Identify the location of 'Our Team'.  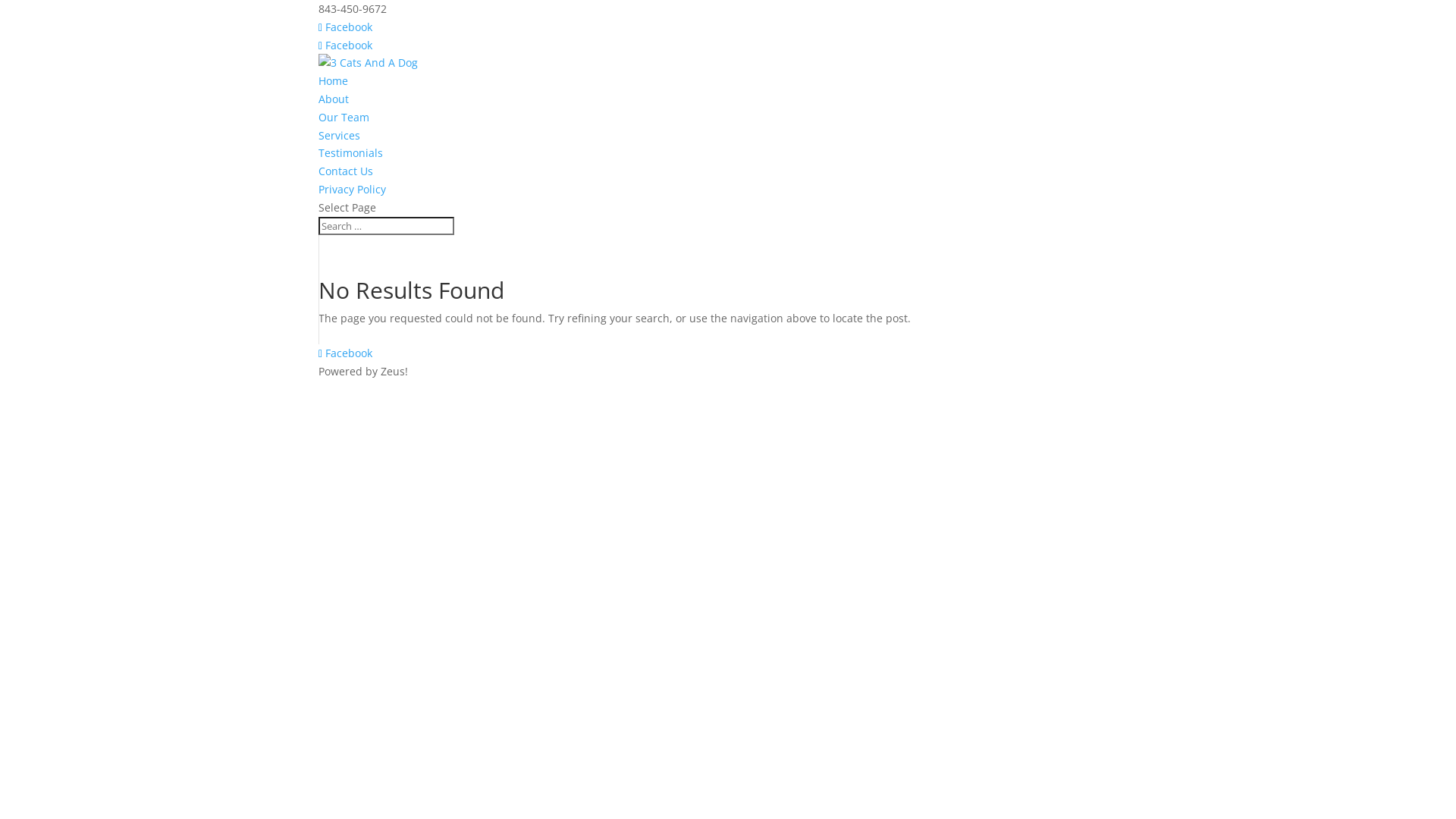
(318, 116).